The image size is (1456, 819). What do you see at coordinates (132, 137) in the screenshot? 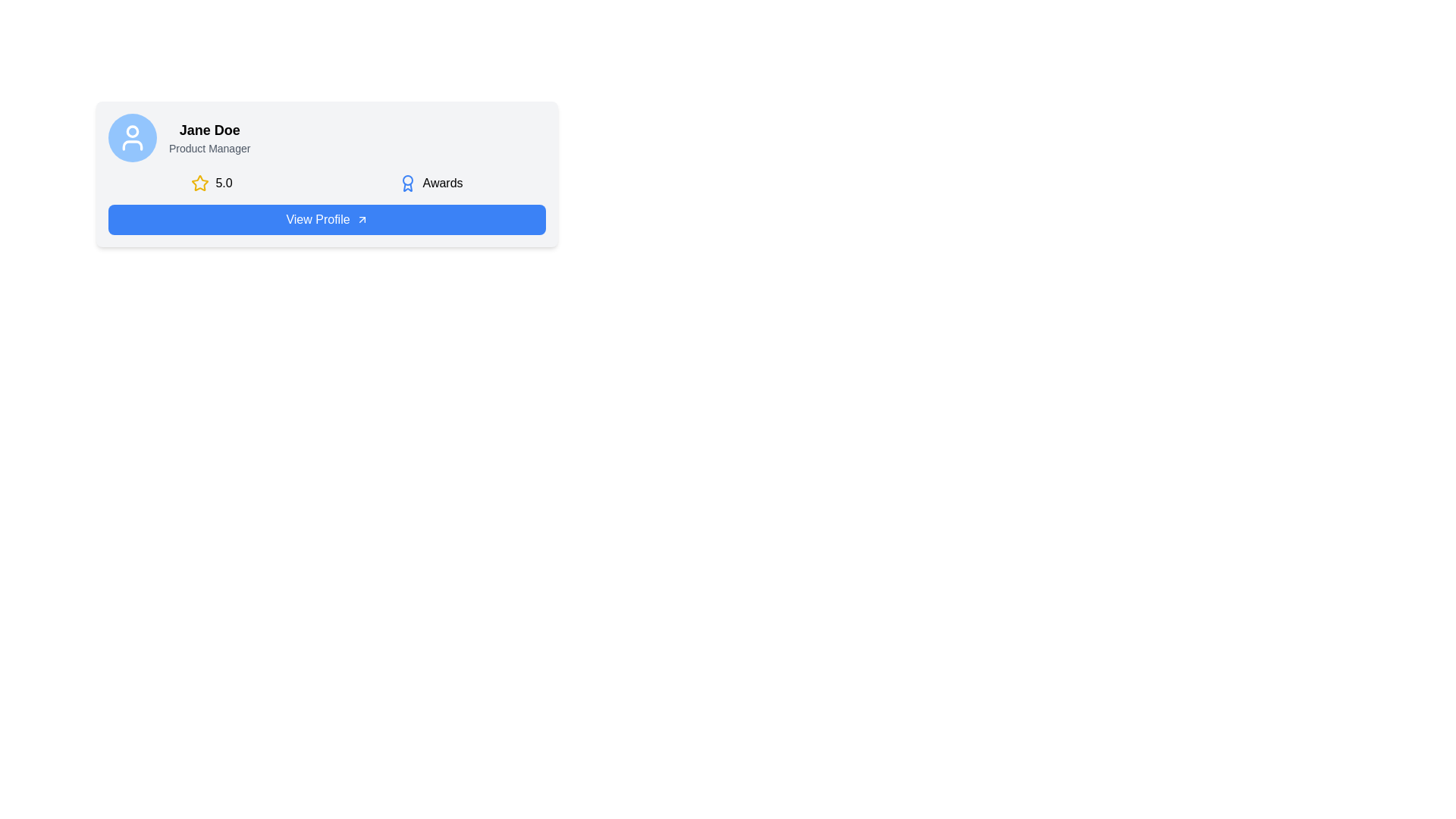
I see `the user silhouette icon, which is white on a transparent background, located at the top-left corner of a card containing information about 'Jane Doe'` at bounding box center [132, 137].